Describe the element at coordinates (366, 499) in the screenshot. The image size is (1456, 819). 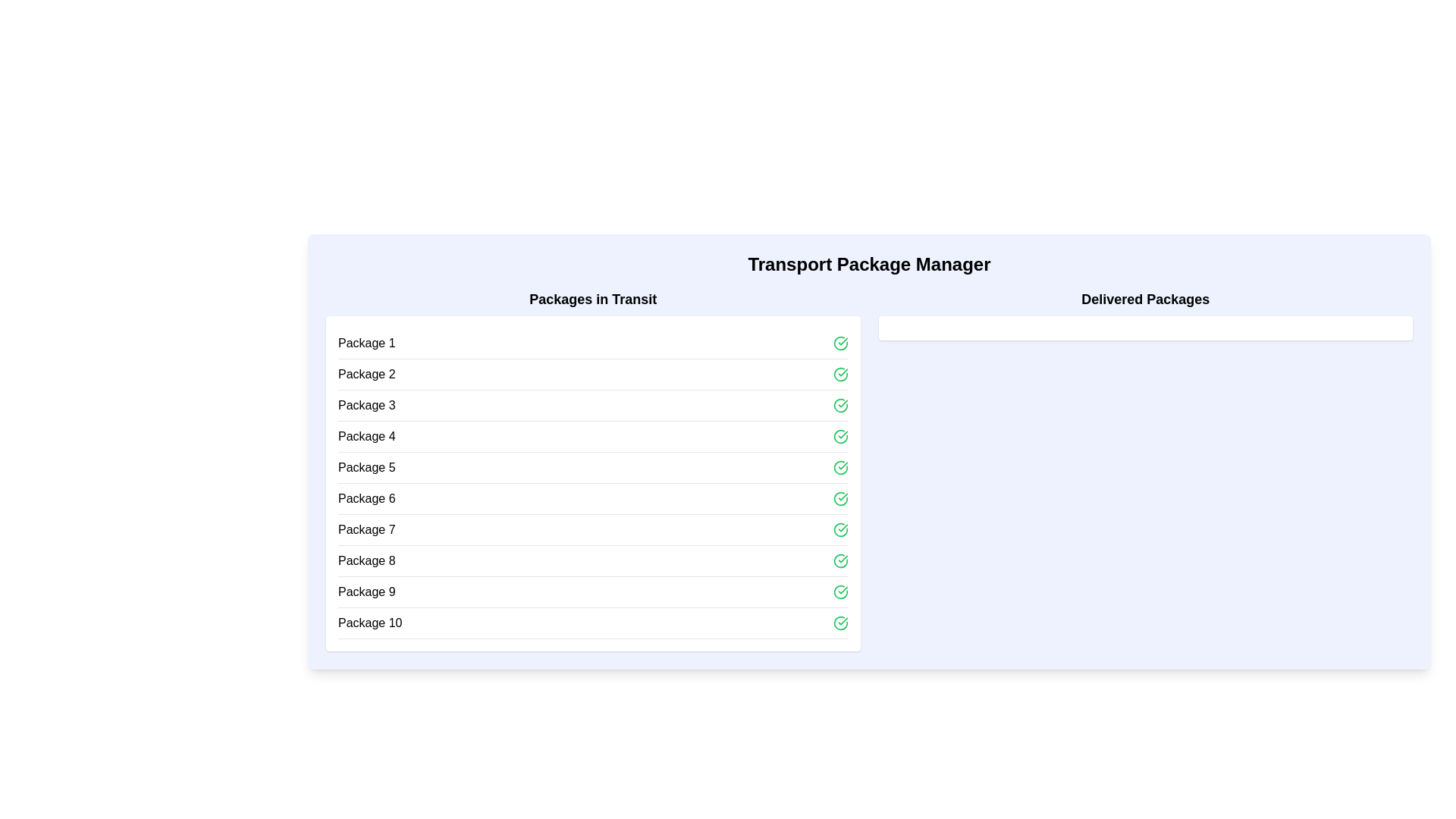
I see `the information of the sixth Text Label in the 'Packages in Transit' list, which identifies a specific package` at that location.